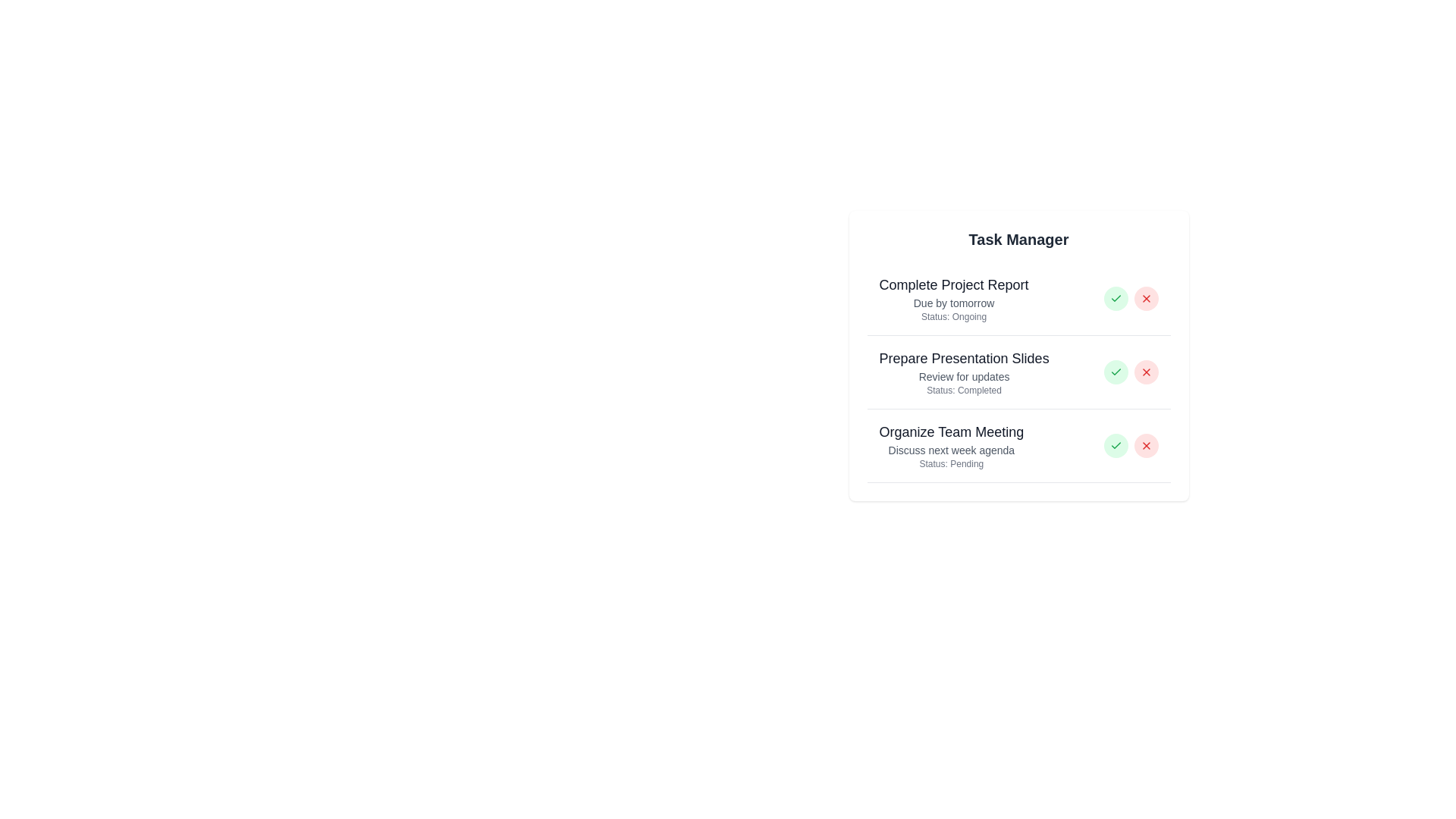 Image resolution: width=1456 pixels, height=819 pixels. I want to click on the static text label providing additional information about the task 'Prepare Presentation Slides' located between the task title and the status label, so click(963, 376).